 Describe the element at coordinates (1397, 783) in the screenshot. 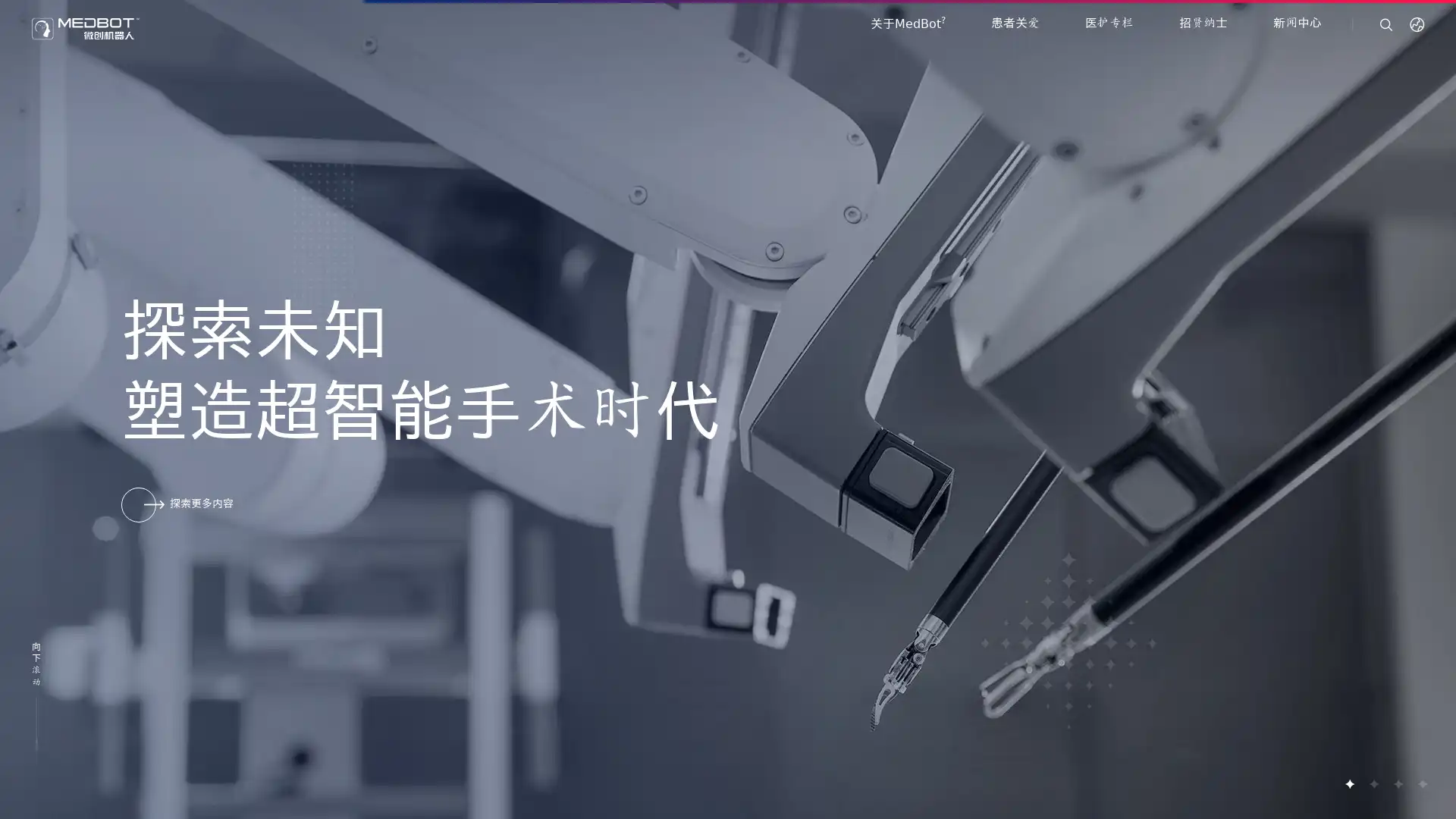

I see `Go to slide 3` at that location.